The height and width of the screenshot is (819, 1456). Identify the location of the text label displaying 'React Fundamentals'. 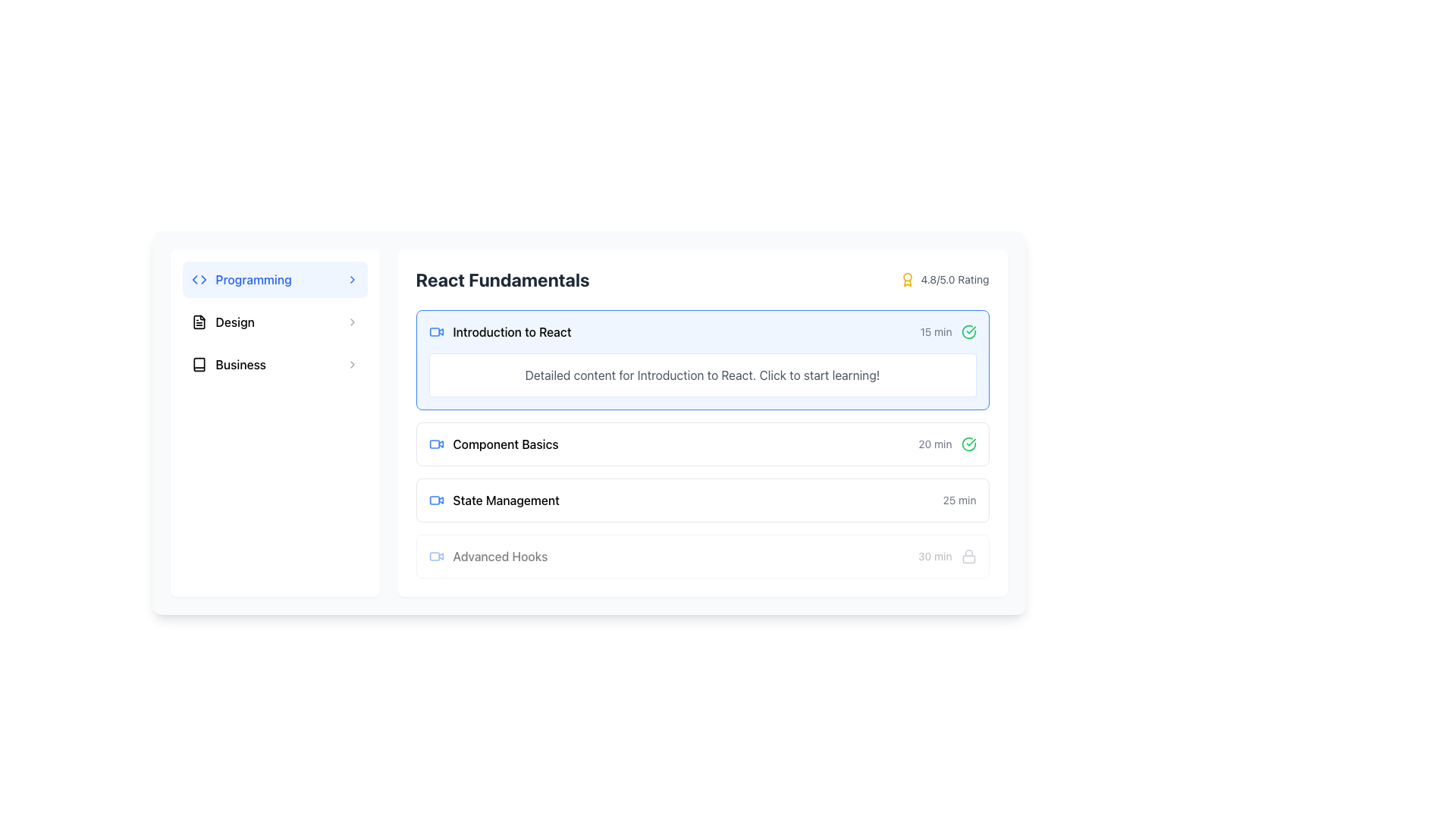
(512, 331).